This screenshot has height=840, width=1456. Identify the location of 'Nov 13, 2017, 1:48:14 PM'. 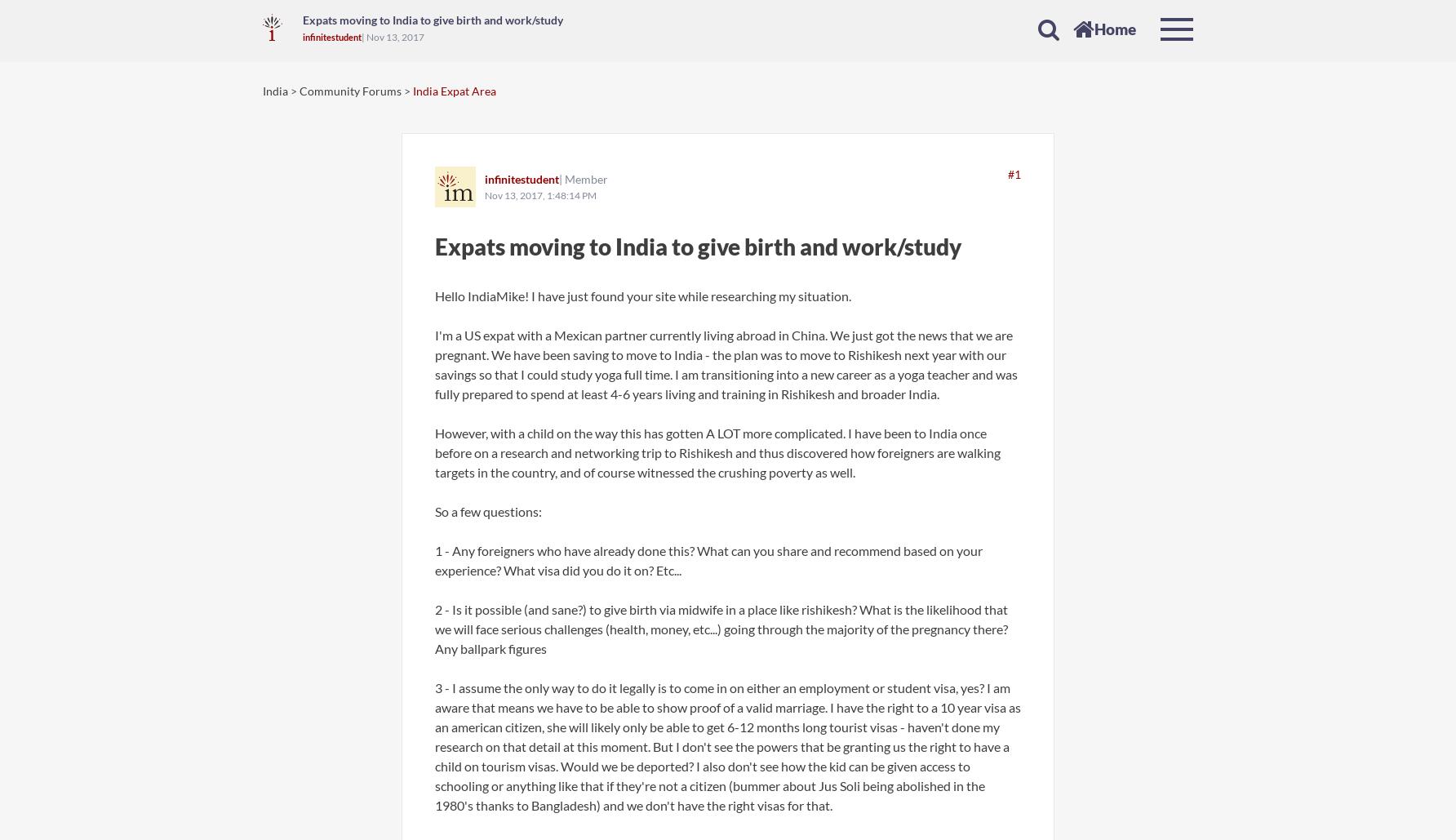
(539, 193).